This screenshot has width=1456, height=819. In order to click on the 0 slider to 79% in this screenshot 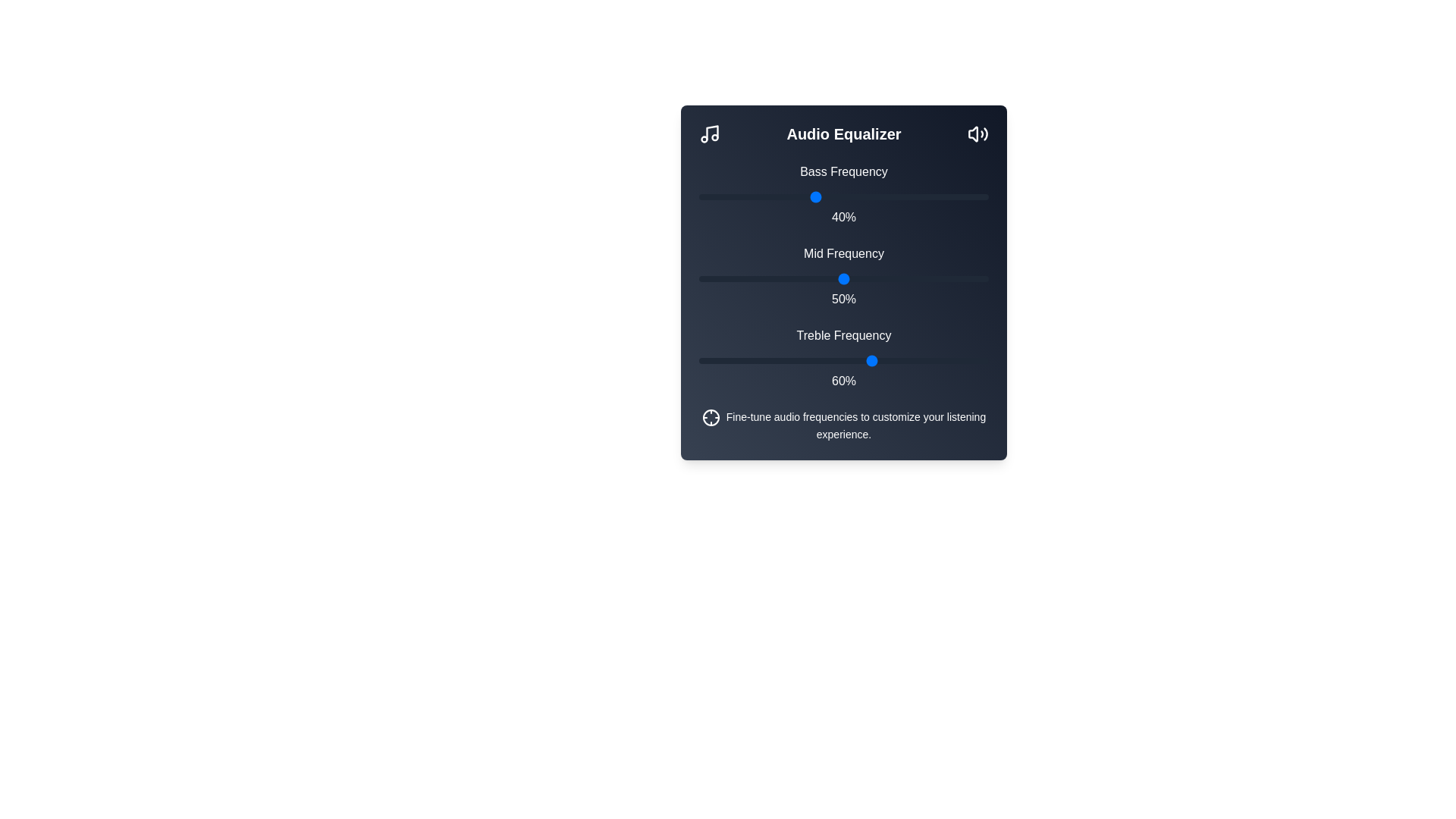, I will do `click(927, 196)`.